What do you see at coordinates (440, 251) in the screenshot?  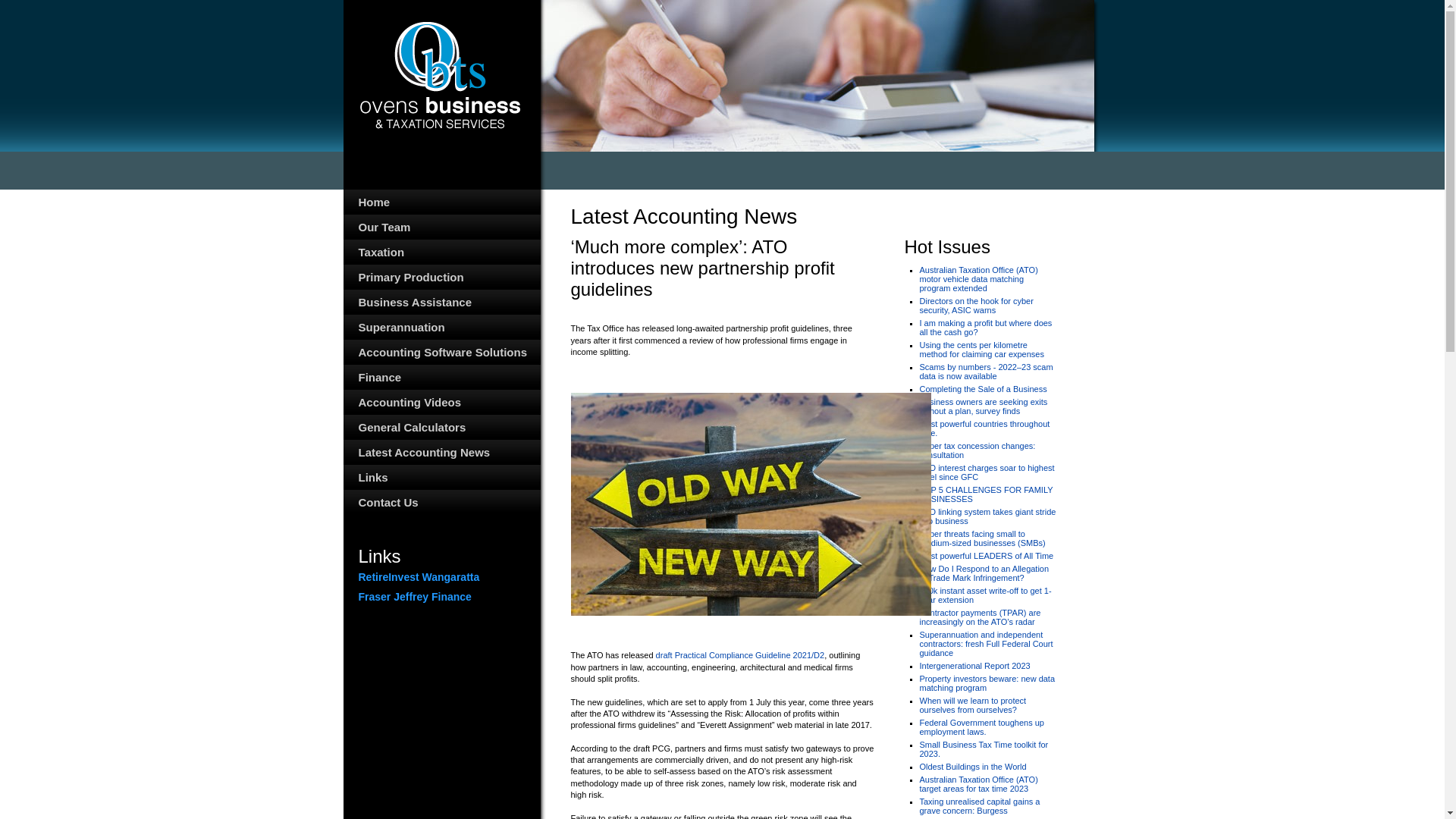 I see `'Taxation'` at bounding box center [440, 251].